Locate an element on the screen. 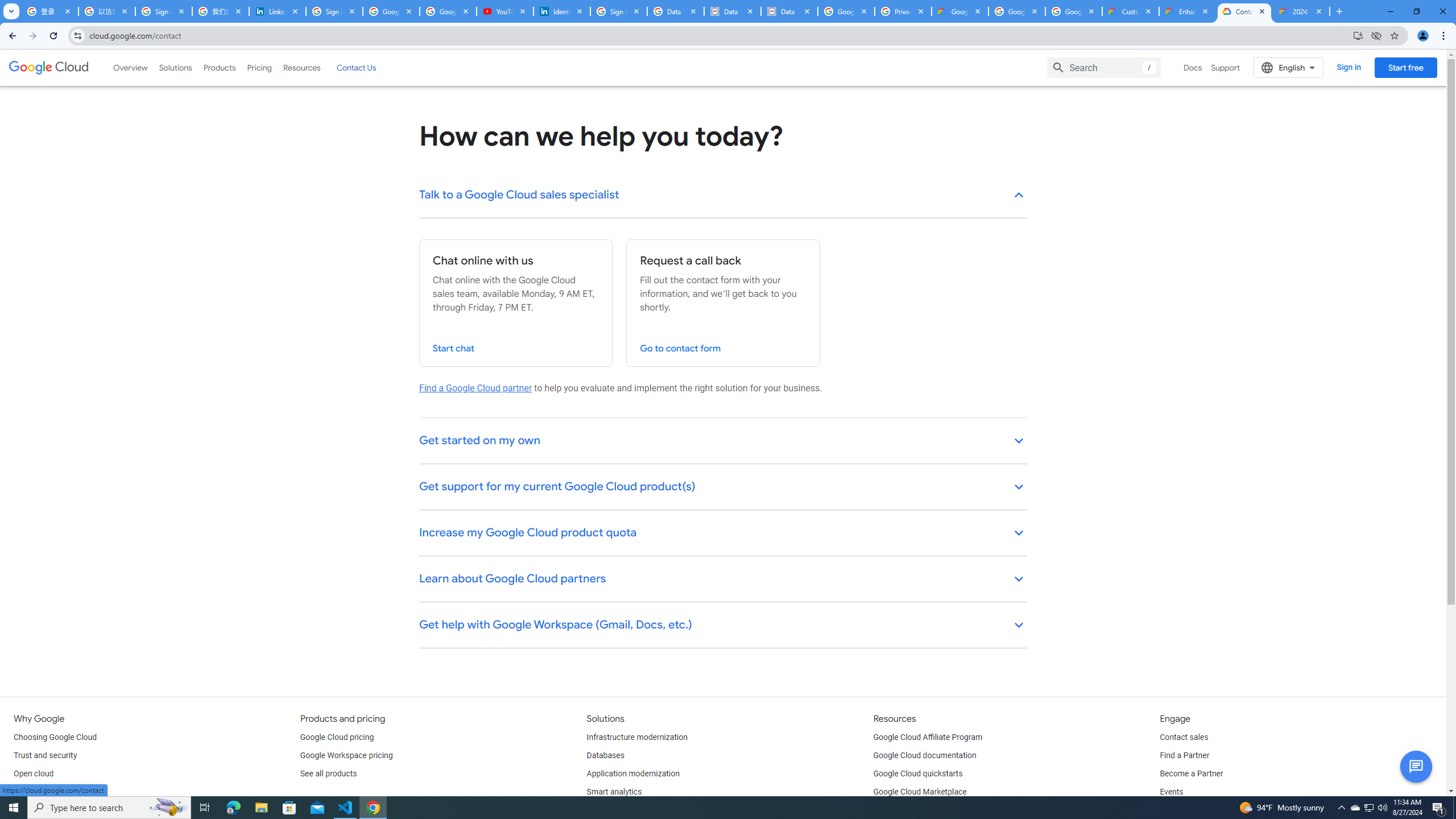  'New Tab' is located at coordinates (1338, 11).